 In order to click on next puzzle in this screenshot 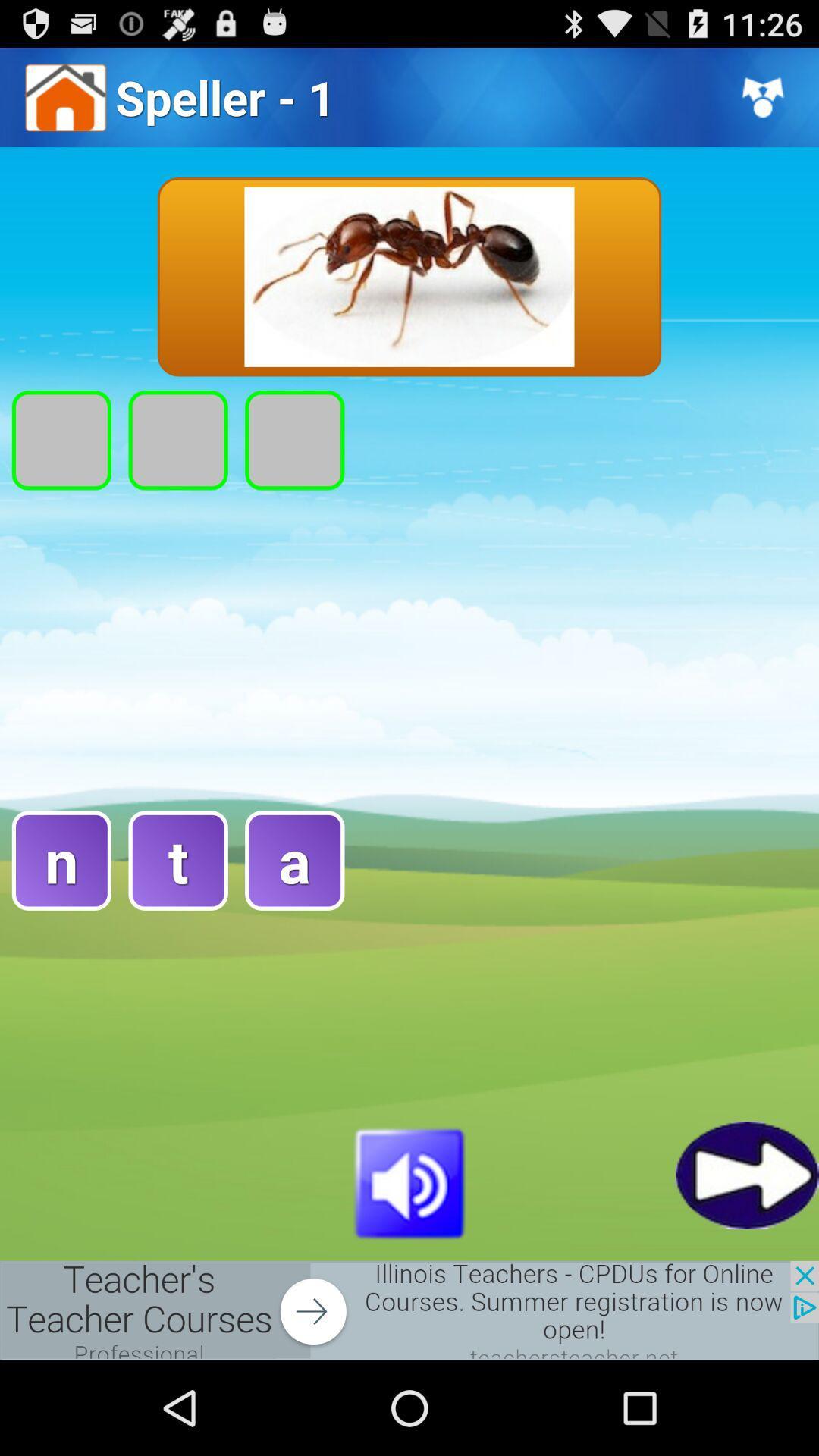, I will do `click(746, 1174)`.